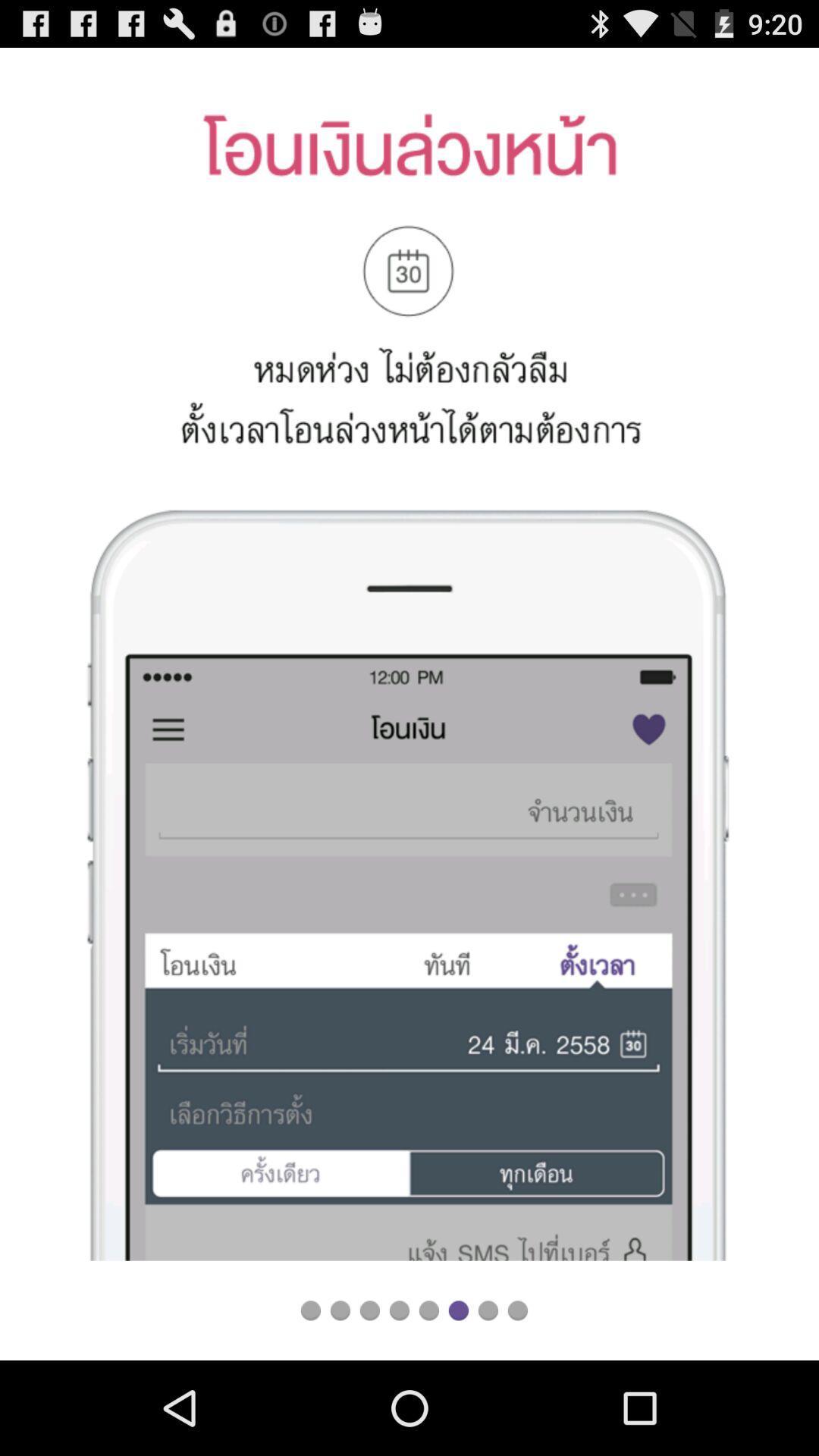 The width and height of the screenshot is (819, 1456). What do you see at coordinates (339, 1310) in the screenshot?
I see `second page` at bounding box center [339, 1310].